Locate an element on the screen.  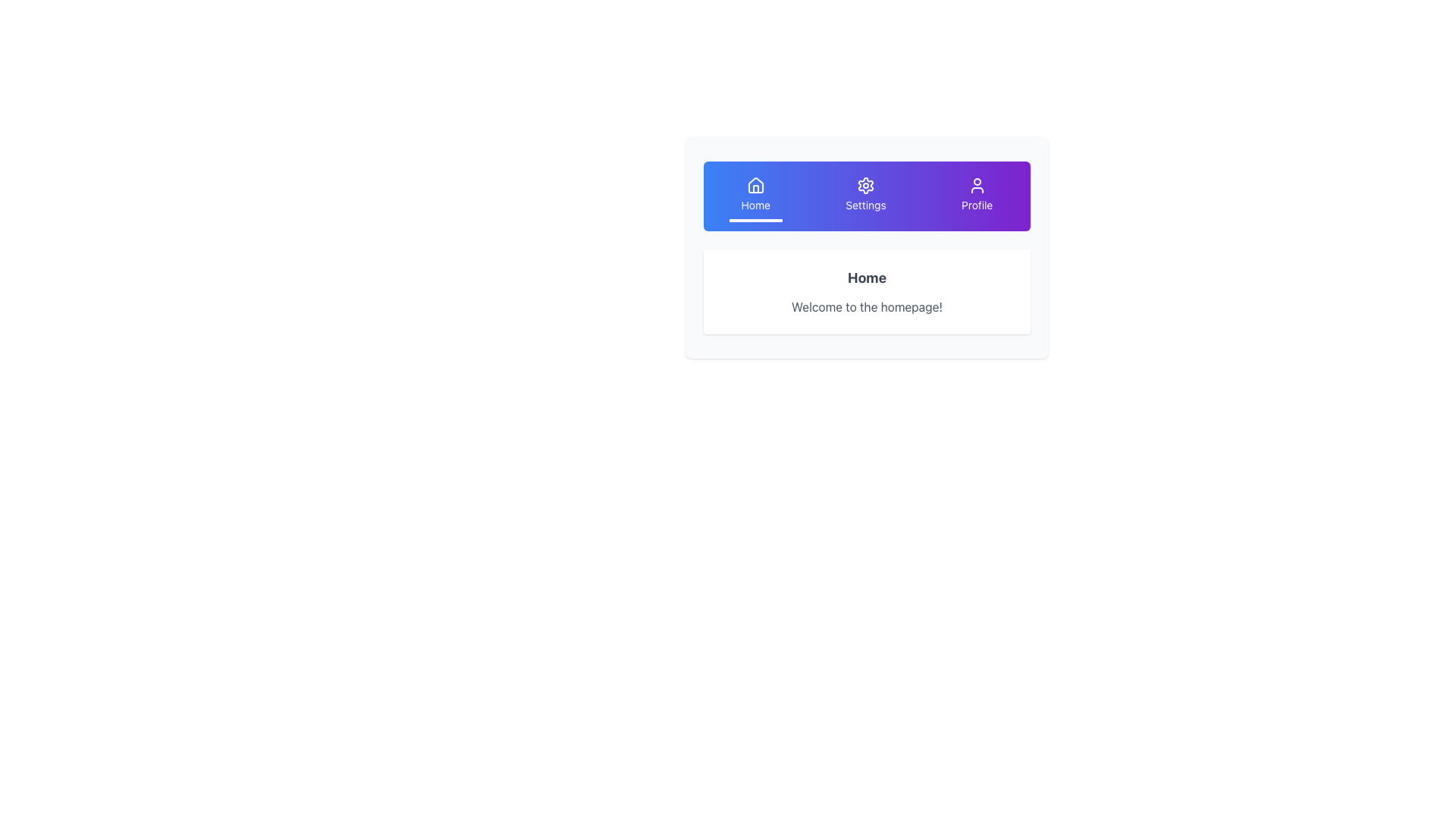
the settings icon, which is represented by a gear icon located in the center of the navigation bar, allowing access to configuration options is located at coordinates (866, 185).